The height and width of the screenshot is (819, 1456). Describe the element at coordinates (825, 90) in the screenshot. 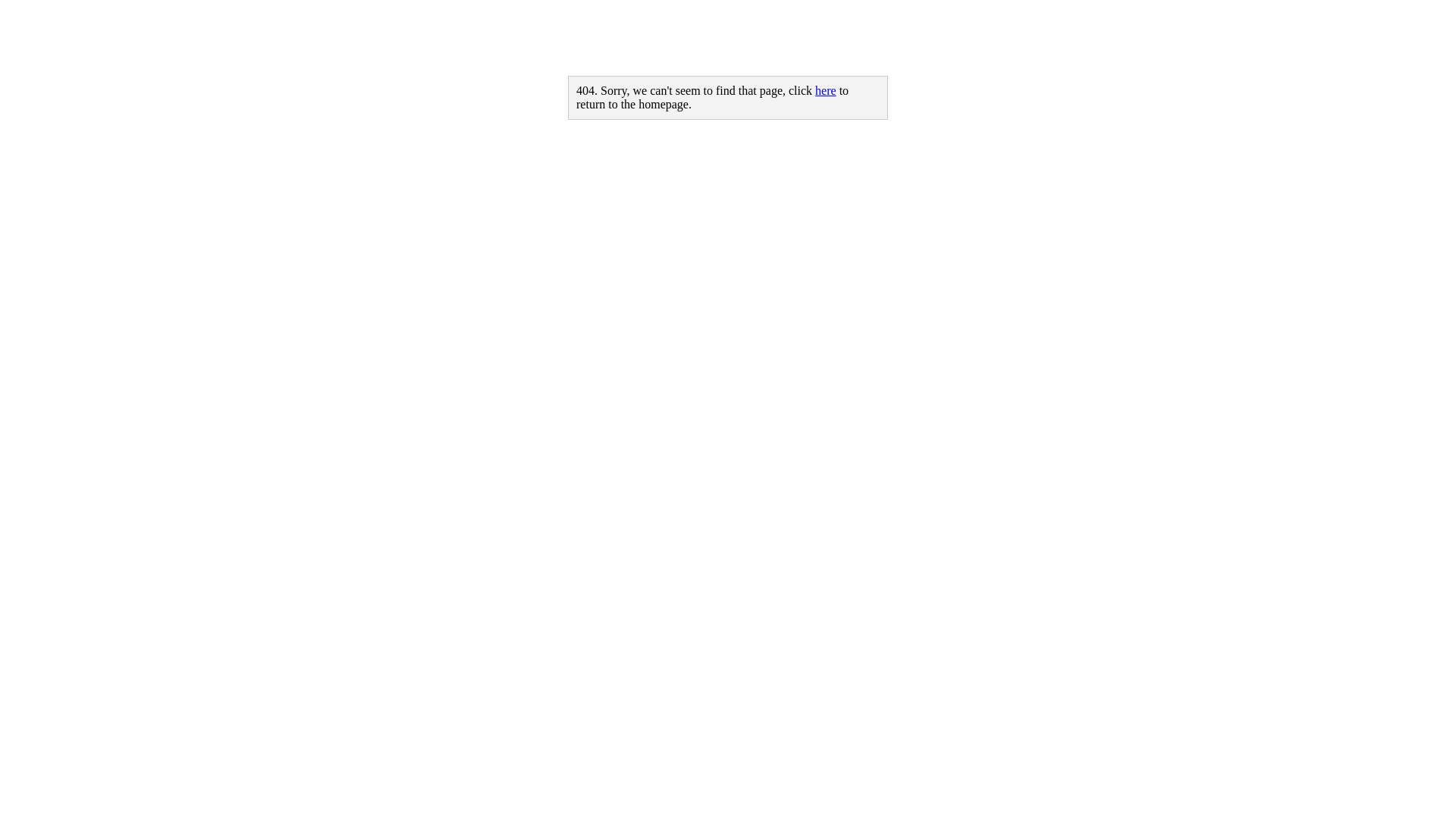

I see `'here'` at that location.